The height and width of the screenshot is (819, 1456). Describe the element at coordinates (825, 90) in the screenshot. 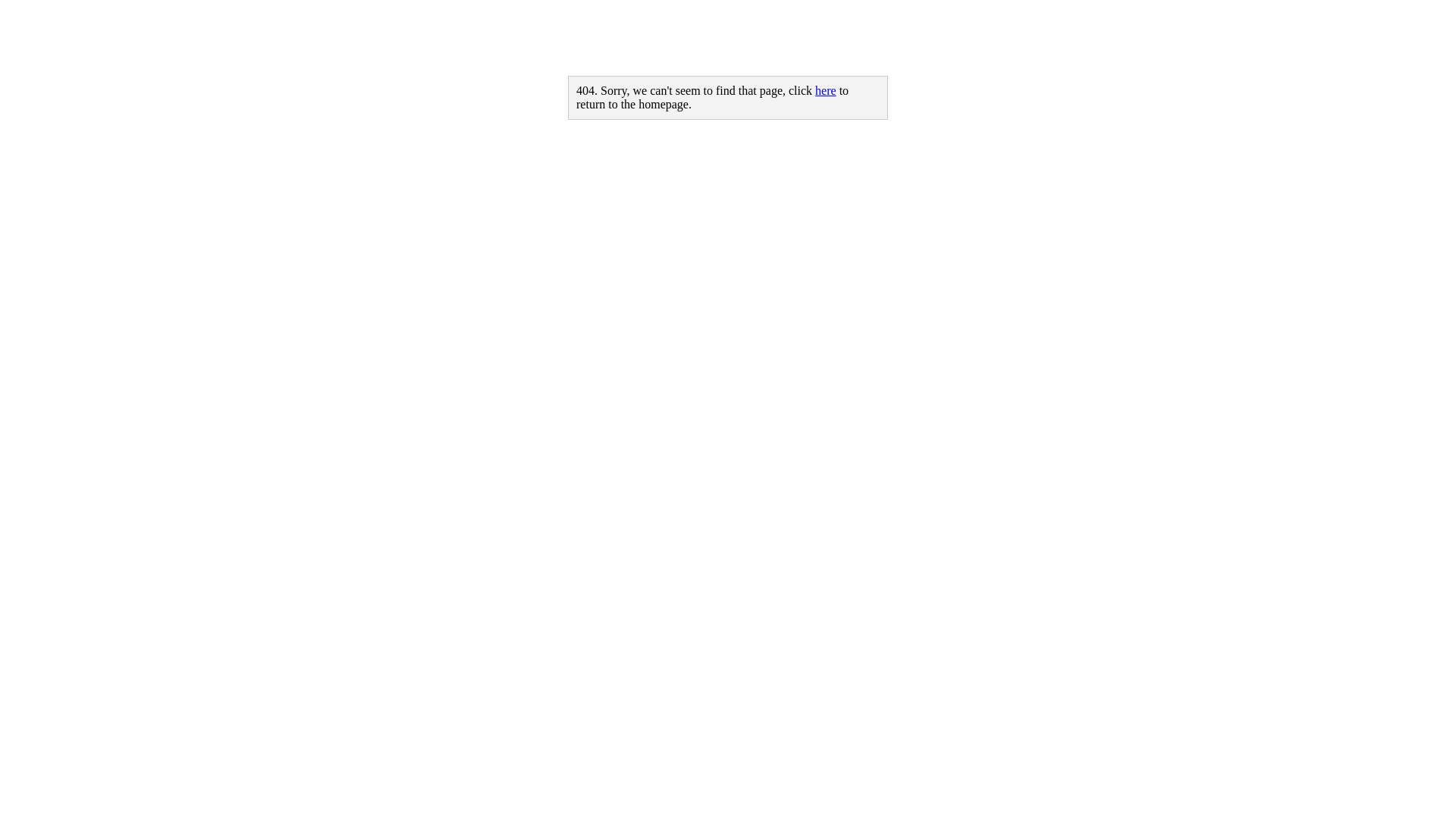

I see `'here'` at that location.